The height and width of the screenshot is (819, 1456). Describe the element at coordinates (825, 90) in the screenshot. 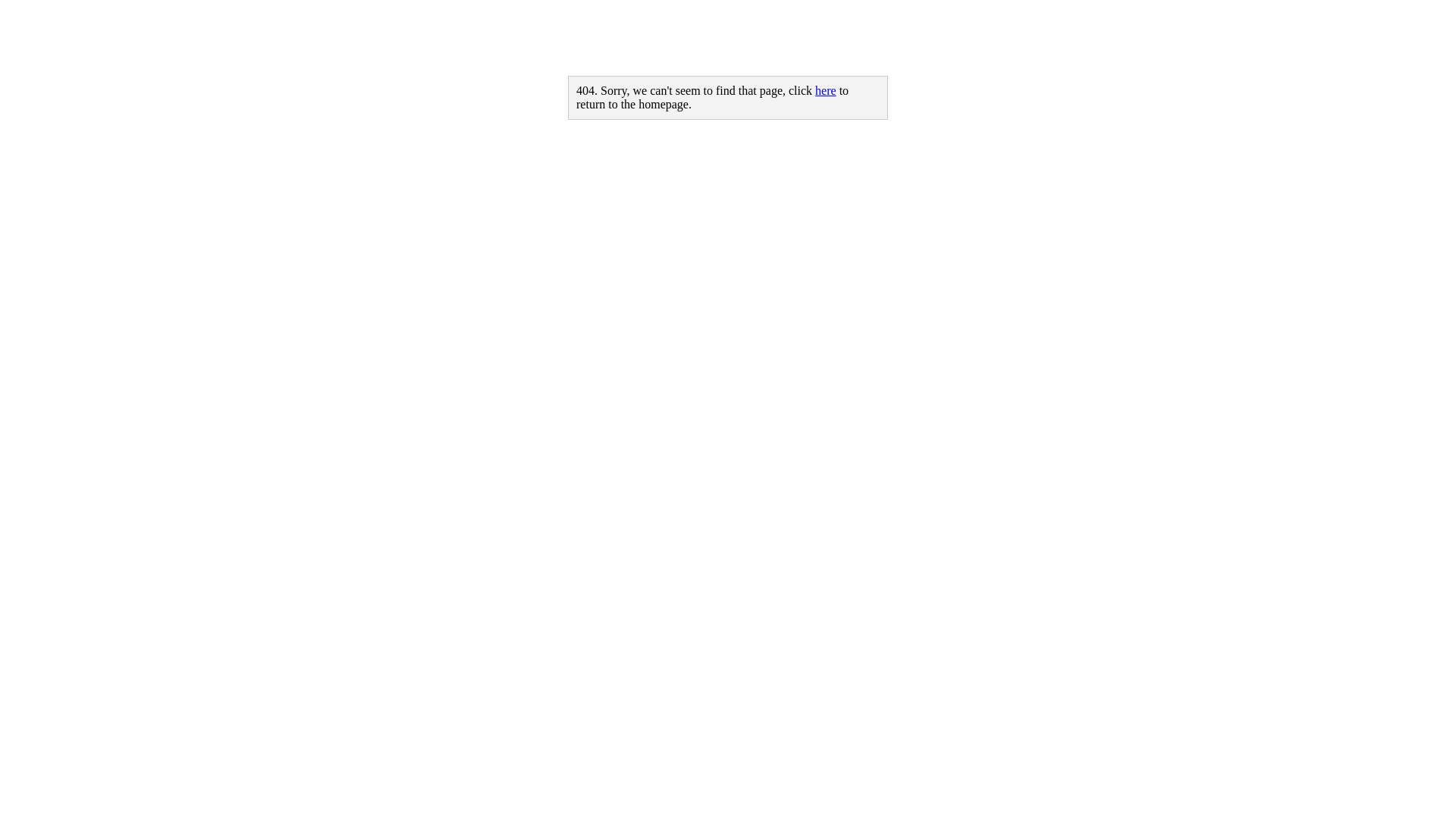

I see `'here'` at that location.